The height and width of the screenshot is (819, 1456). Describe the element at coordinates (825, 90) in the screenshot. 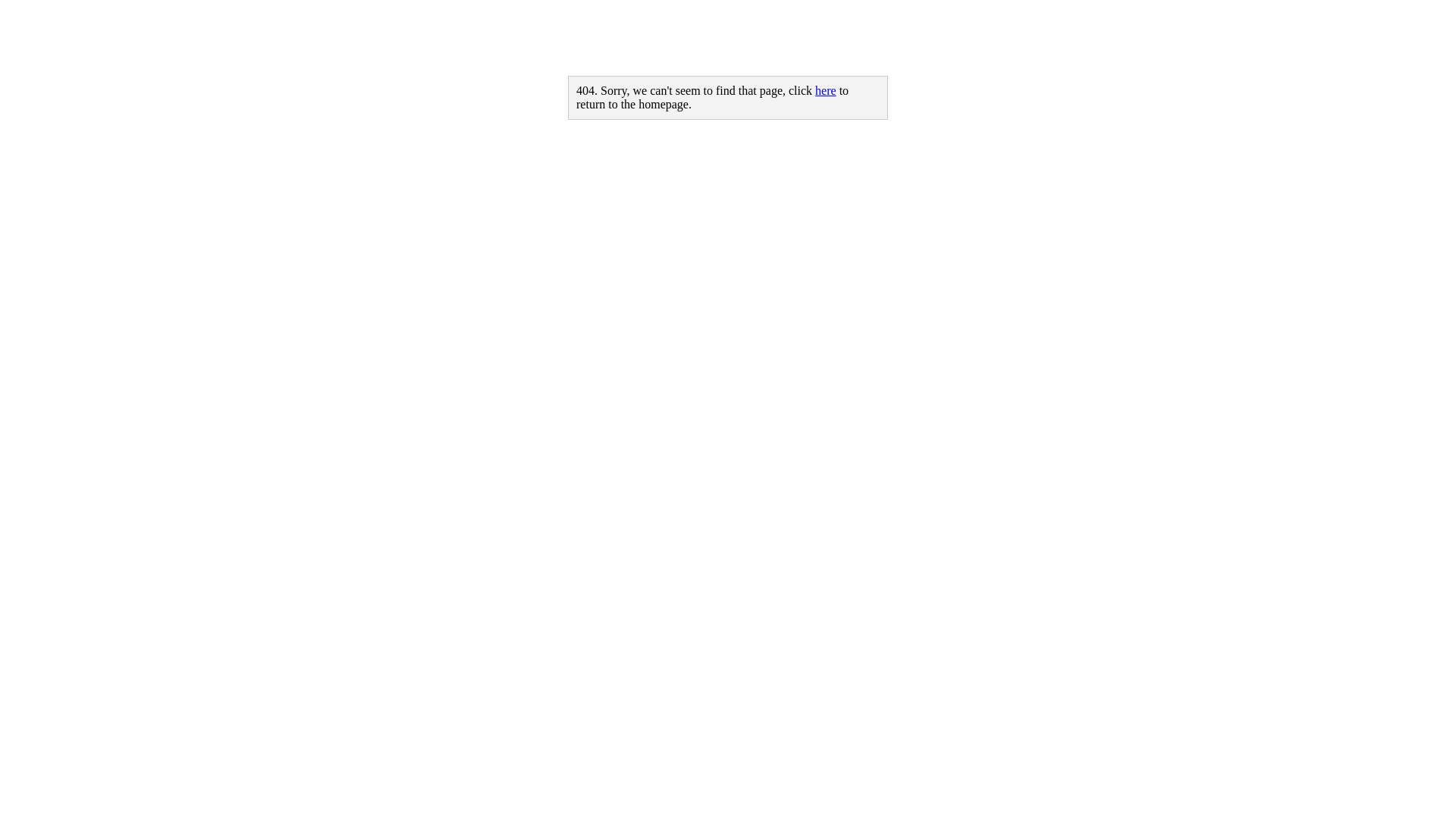

I see `'here'` at that location.